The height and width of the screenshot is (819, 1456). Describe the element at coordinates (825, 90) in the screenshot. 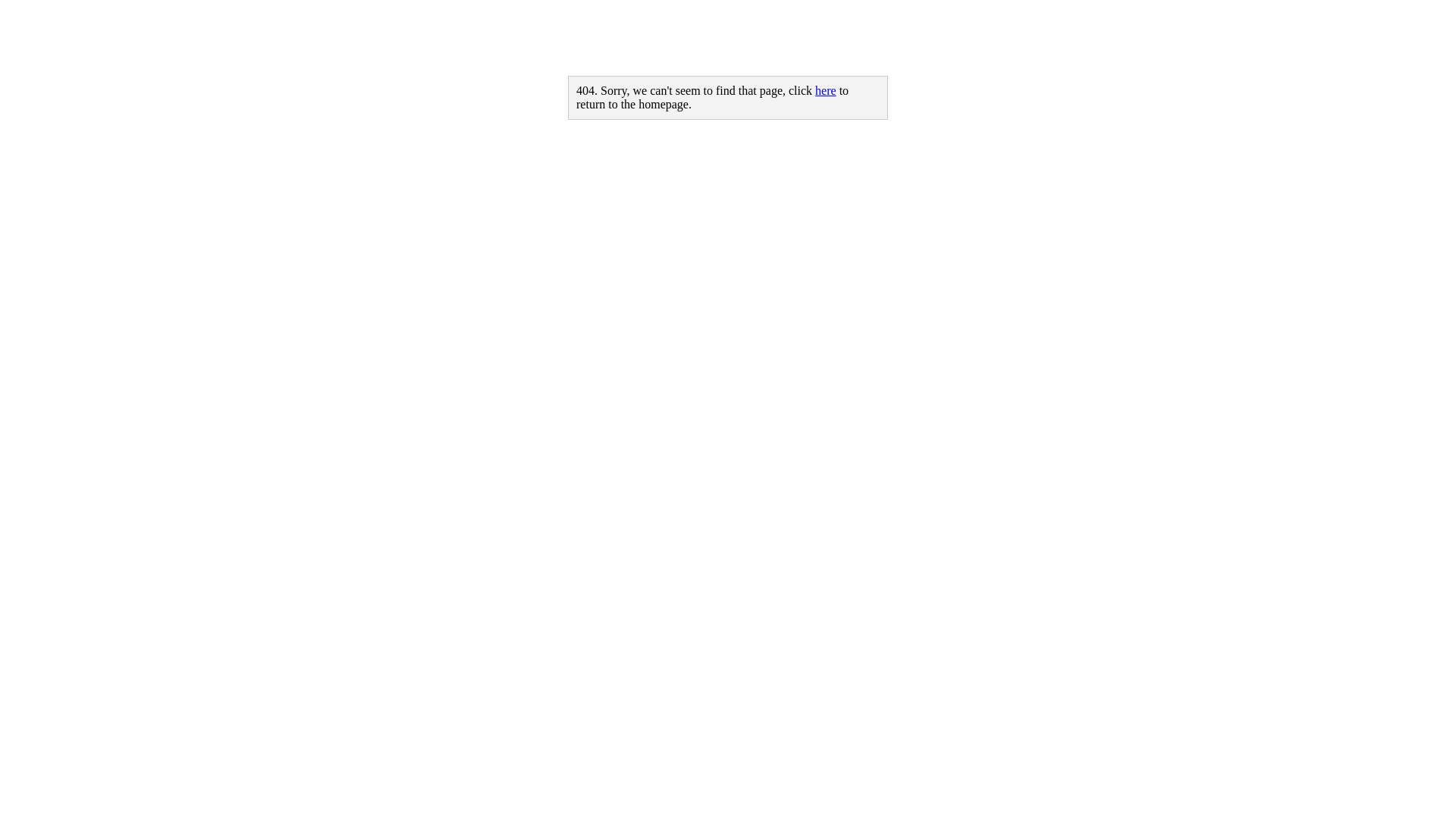

I see `'here'` at that location.